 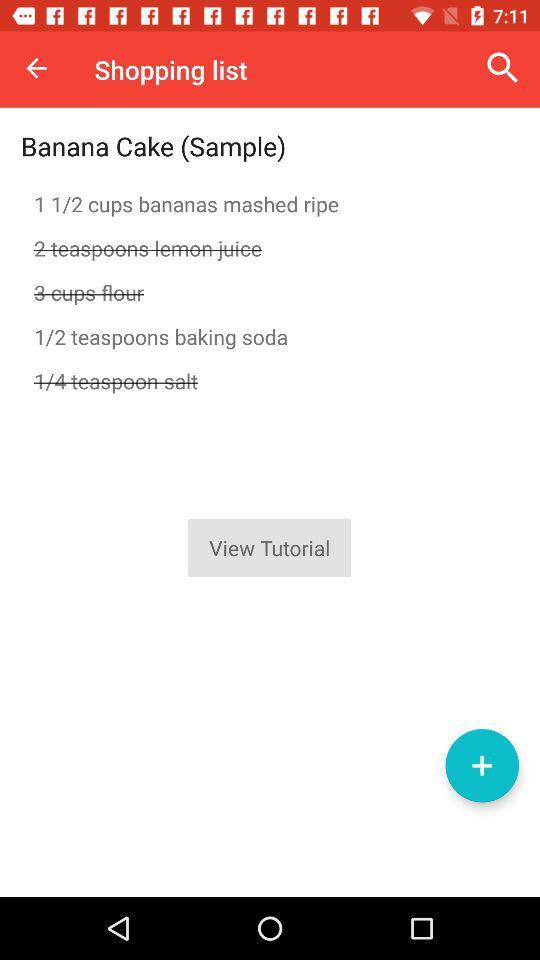 What do you see at coordinates (502, 68) in the screenshot?
I see `the item above 1 1 2 item` at bounding box center [502, 68].